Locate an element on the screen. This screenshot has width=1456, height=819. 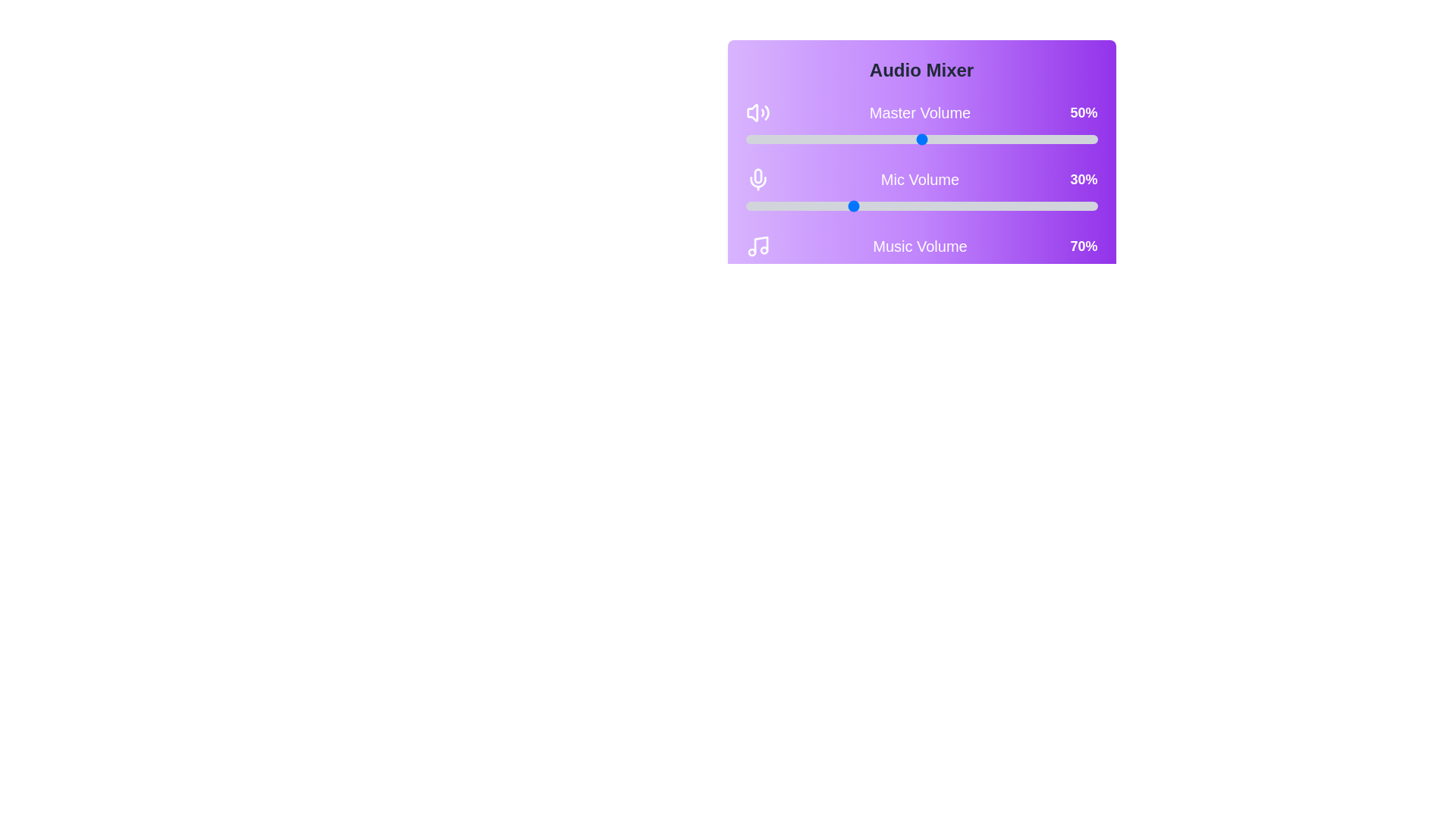
the microphone volume level is located at coordinates (858, 206).